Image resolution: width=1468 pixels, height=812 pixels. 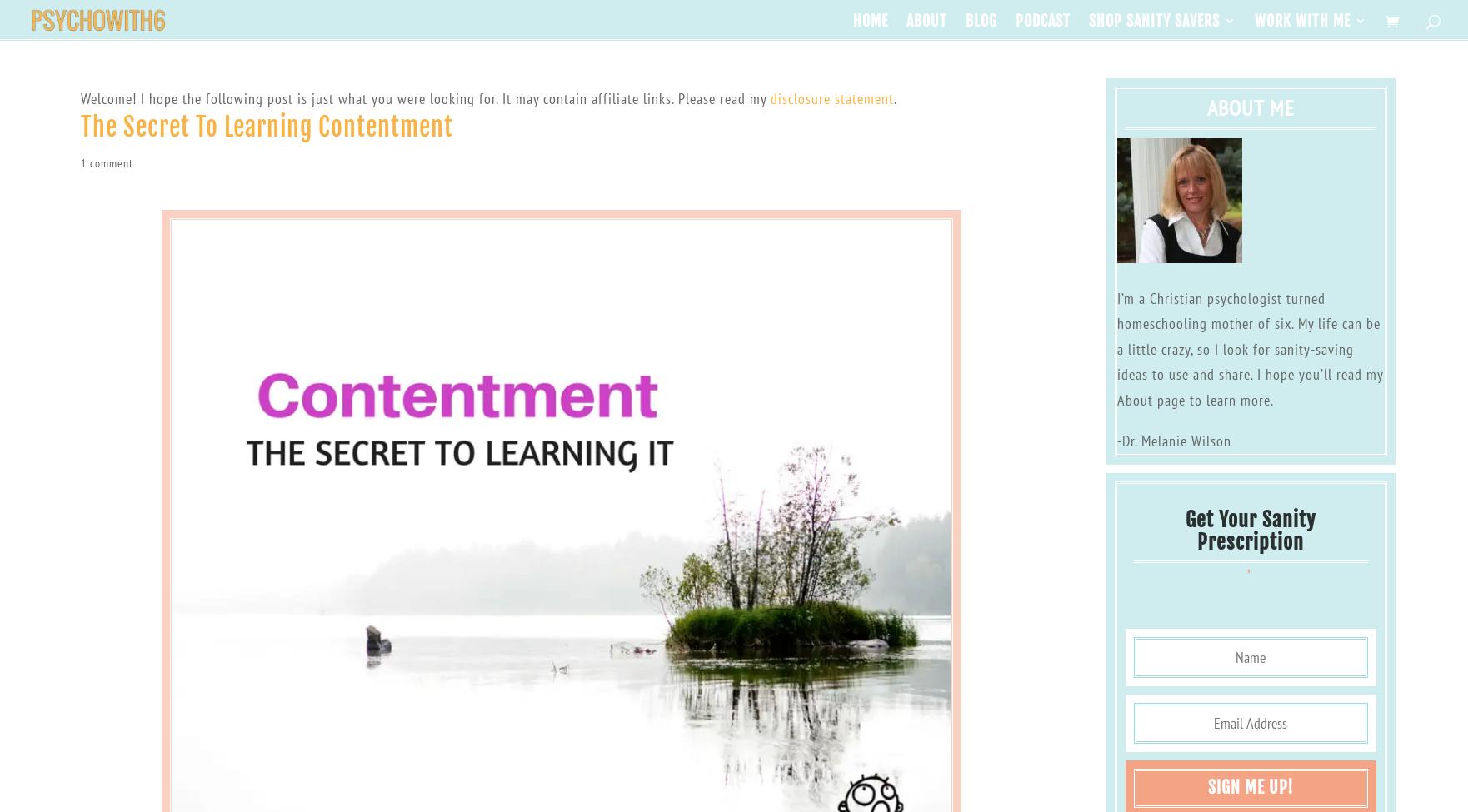 What do you see at coordinates (1227, 399) in the screenshot?
I see `'to learn more.'` at bounding box center [1227, 399].